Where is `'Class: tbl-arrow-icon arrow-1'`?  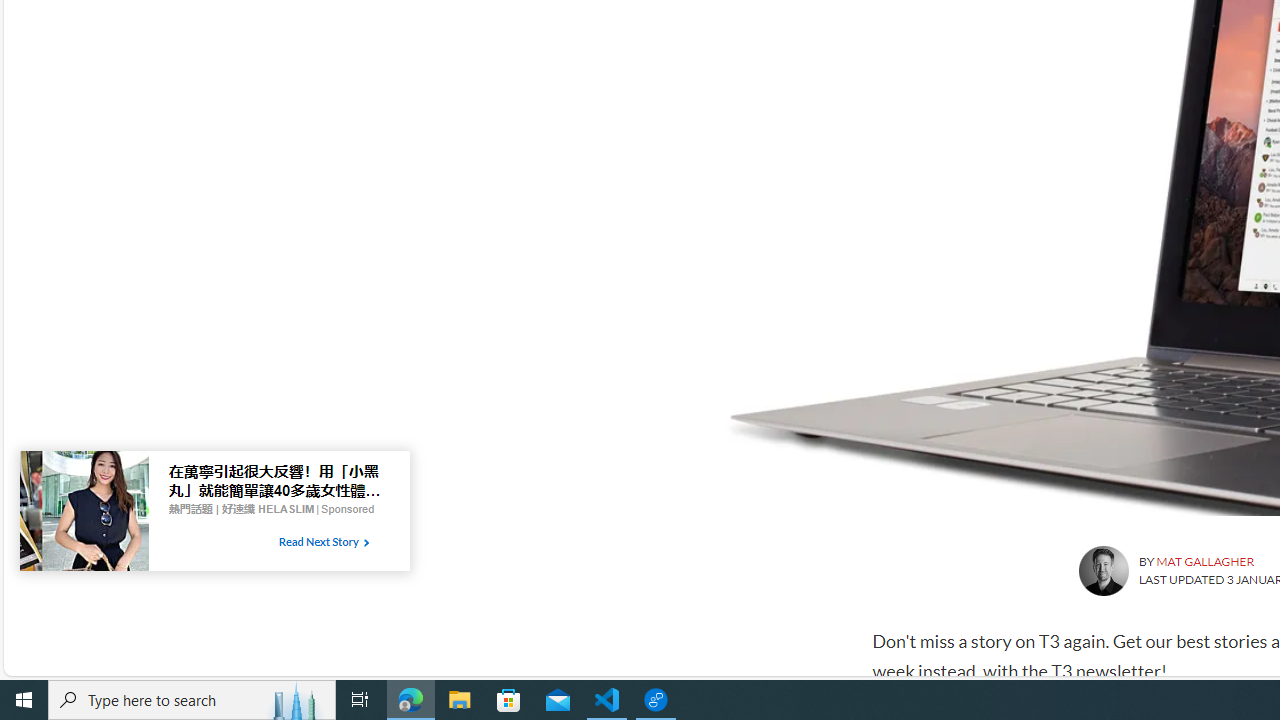
'Class: tbl-arrow-icon arrow-1' is located at coordinates (366, 543).